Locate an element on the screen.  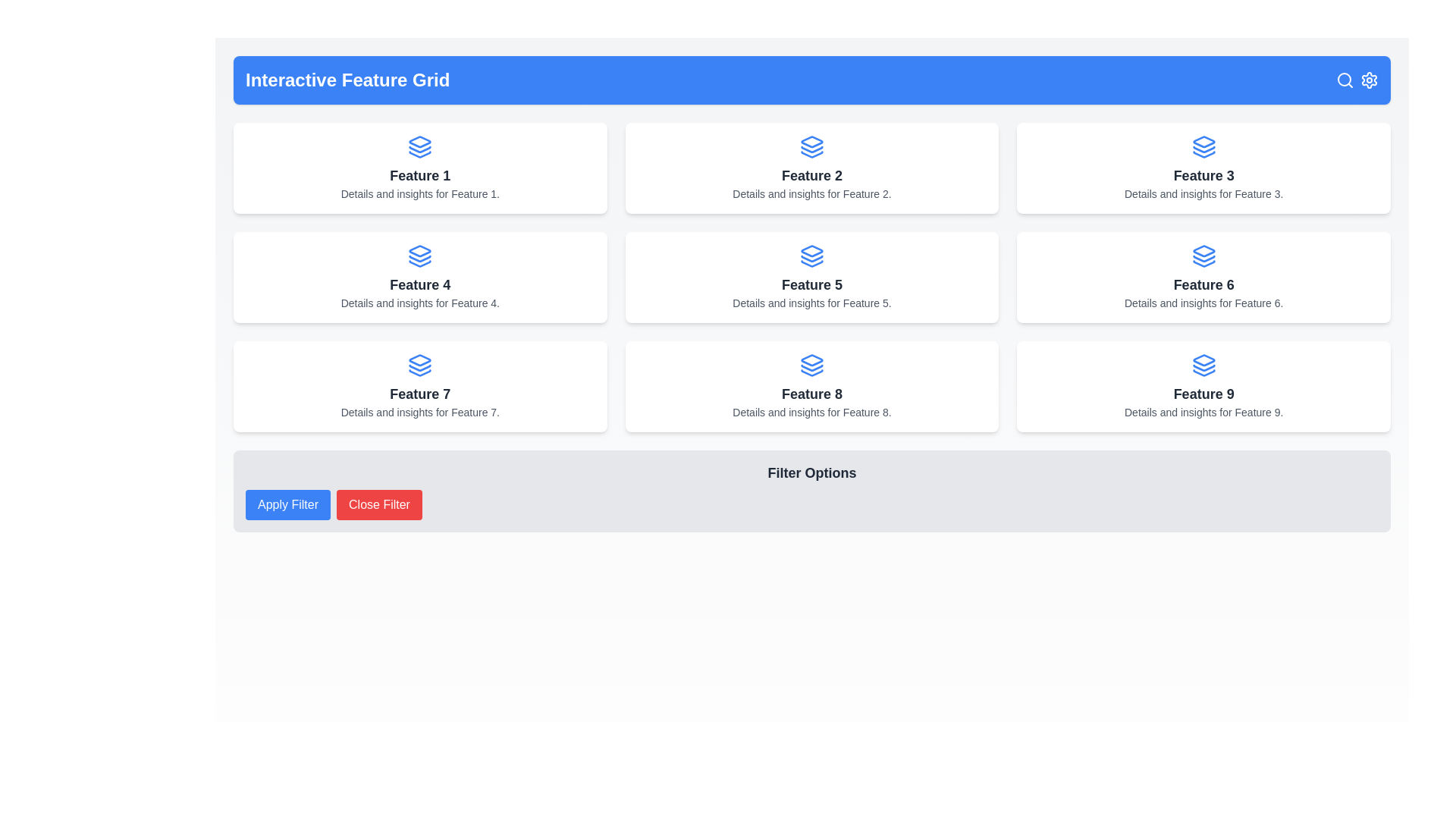
the decorative icon with a blue outline located at the top of the 'Feature 3' card in the top right portion of the interface is located at coordinates (1203, 142).